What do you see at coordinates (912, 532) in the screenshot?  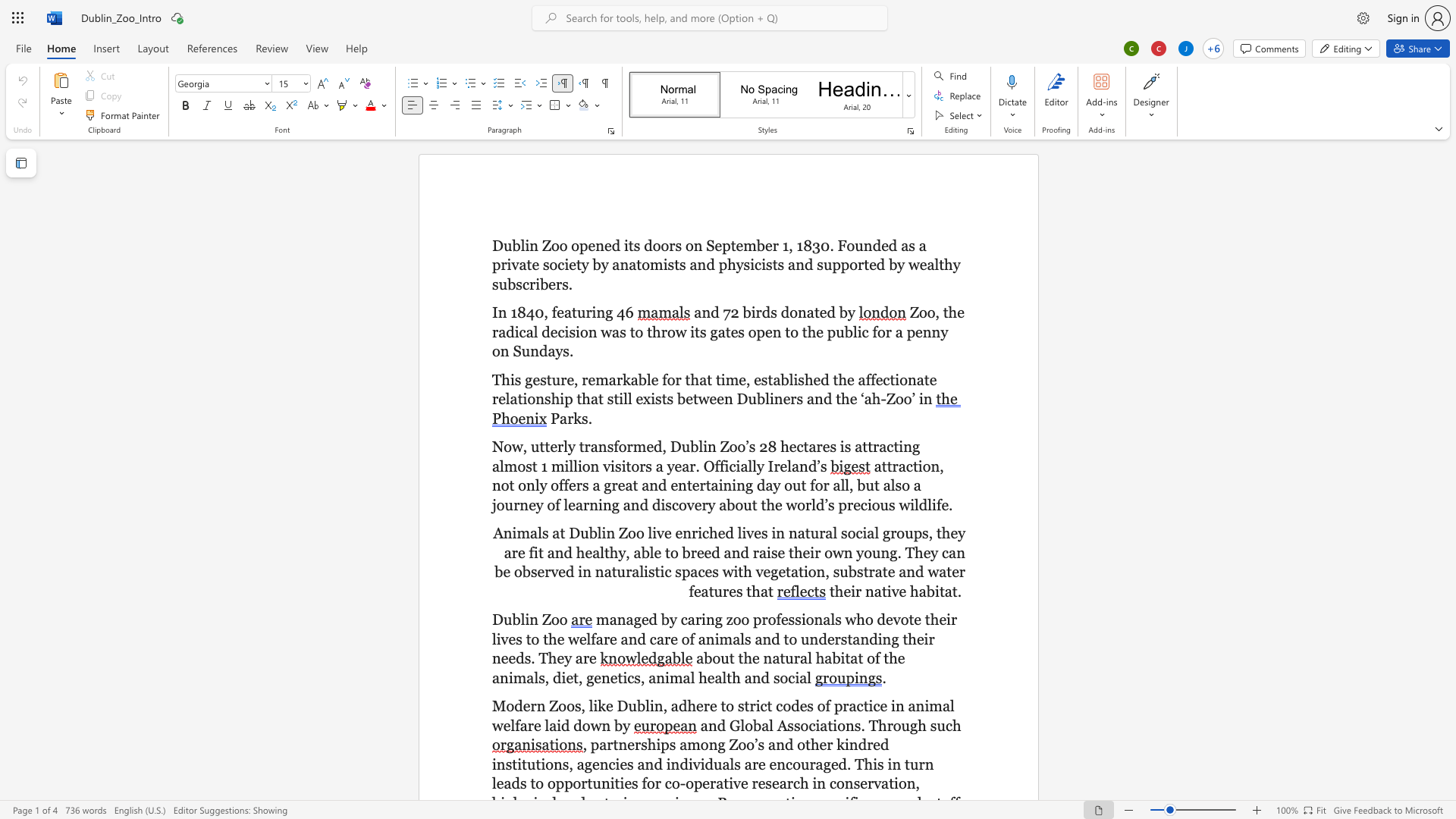 I see `the space between the continuous character "u" and "p" in the text` at bounding box center [912, 532].